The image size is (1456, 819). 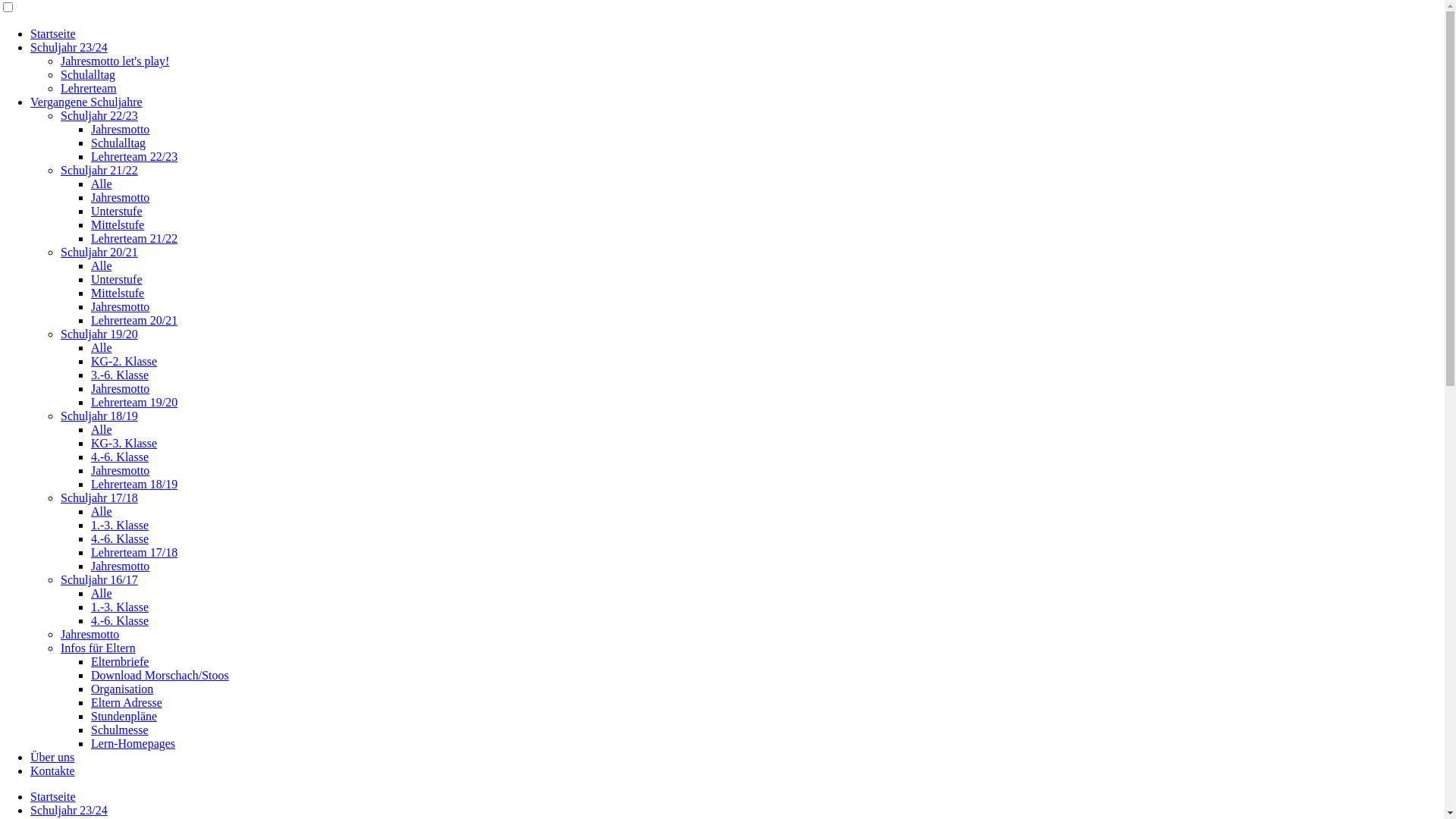 I want to click on 'Elternbriefe', so click(x=119, y=661).